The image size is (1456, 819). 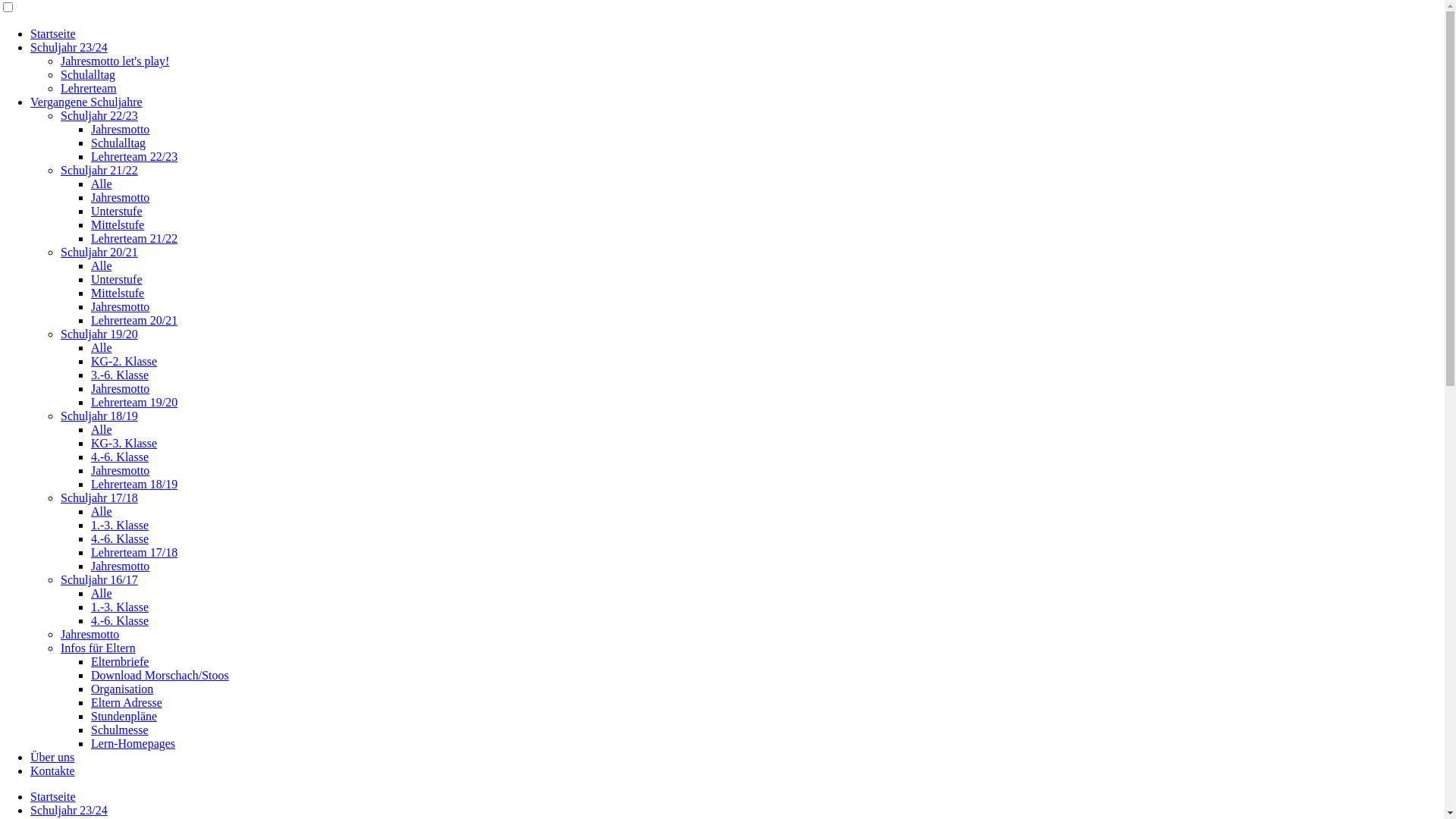 I want to click on 'Elternbriefe', so click(x=119, y=661).